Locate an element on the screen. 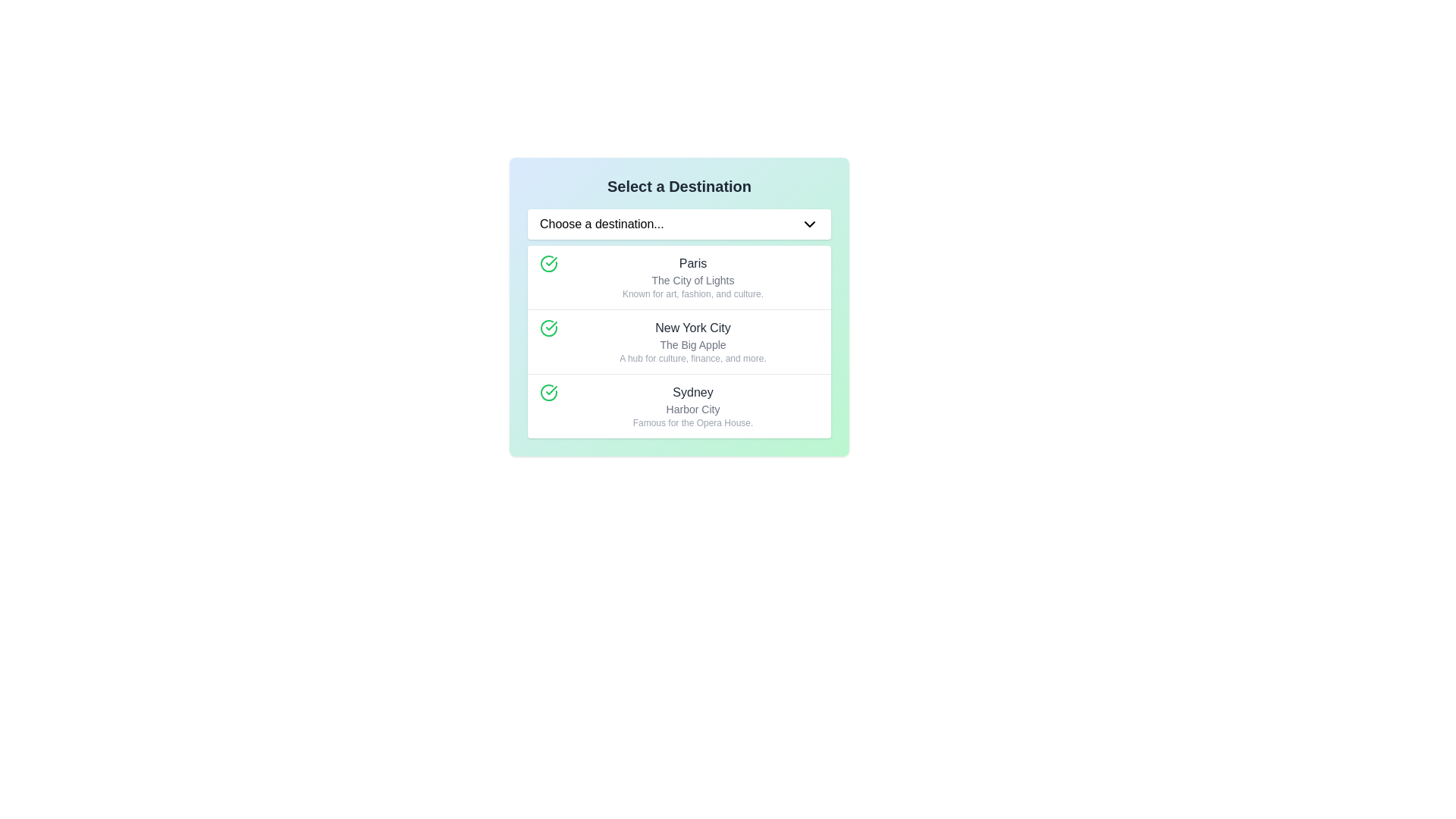 The image size is (1456, 819). the second informational list item in the selectable destinations list, located between 'Paris' and 'Sydney' is located at coordinates (692, 342).